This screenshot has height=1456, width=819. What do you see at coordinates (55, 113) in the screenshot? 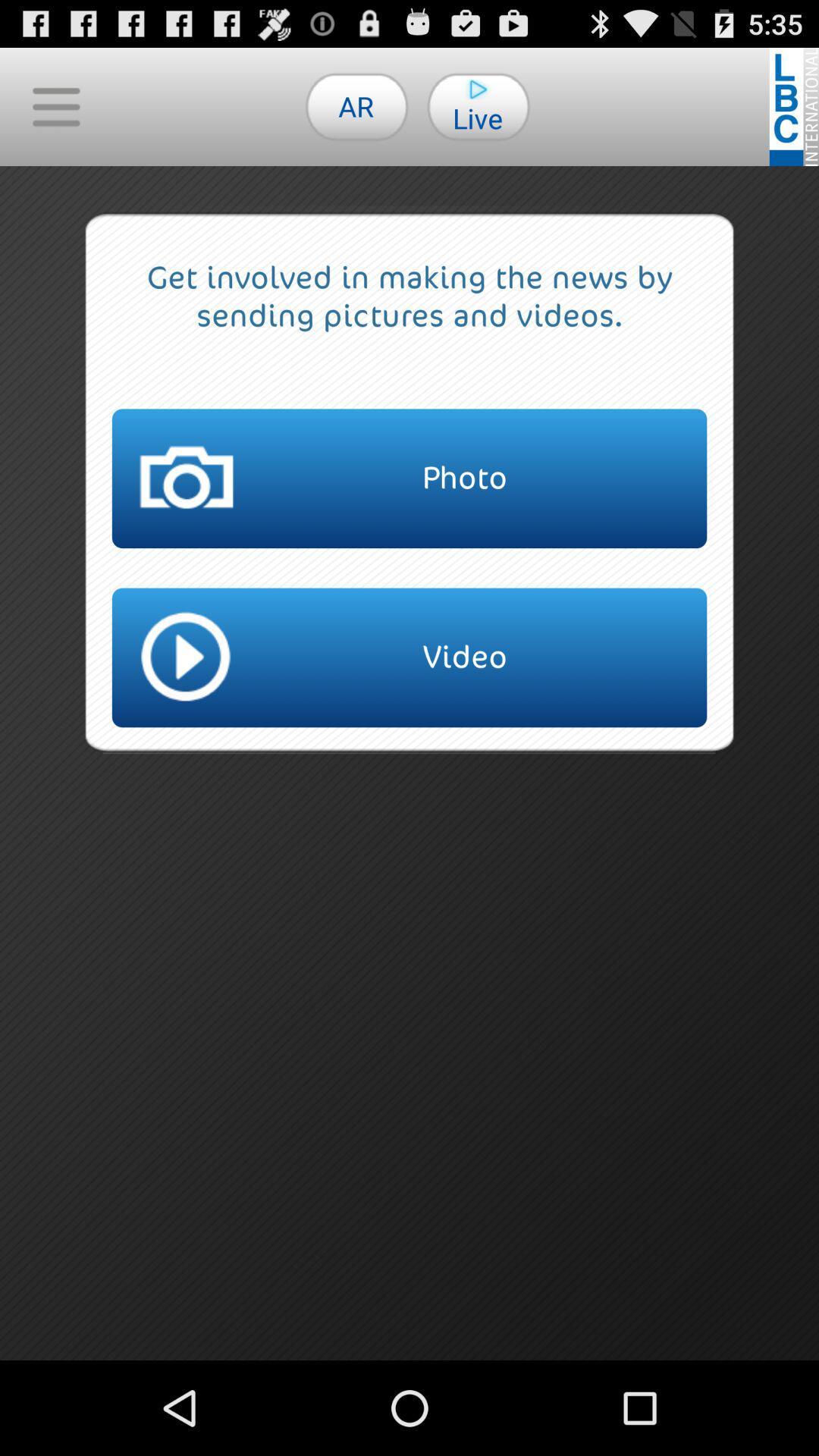
I see `the menu icon` at bounding box center [55, 113].